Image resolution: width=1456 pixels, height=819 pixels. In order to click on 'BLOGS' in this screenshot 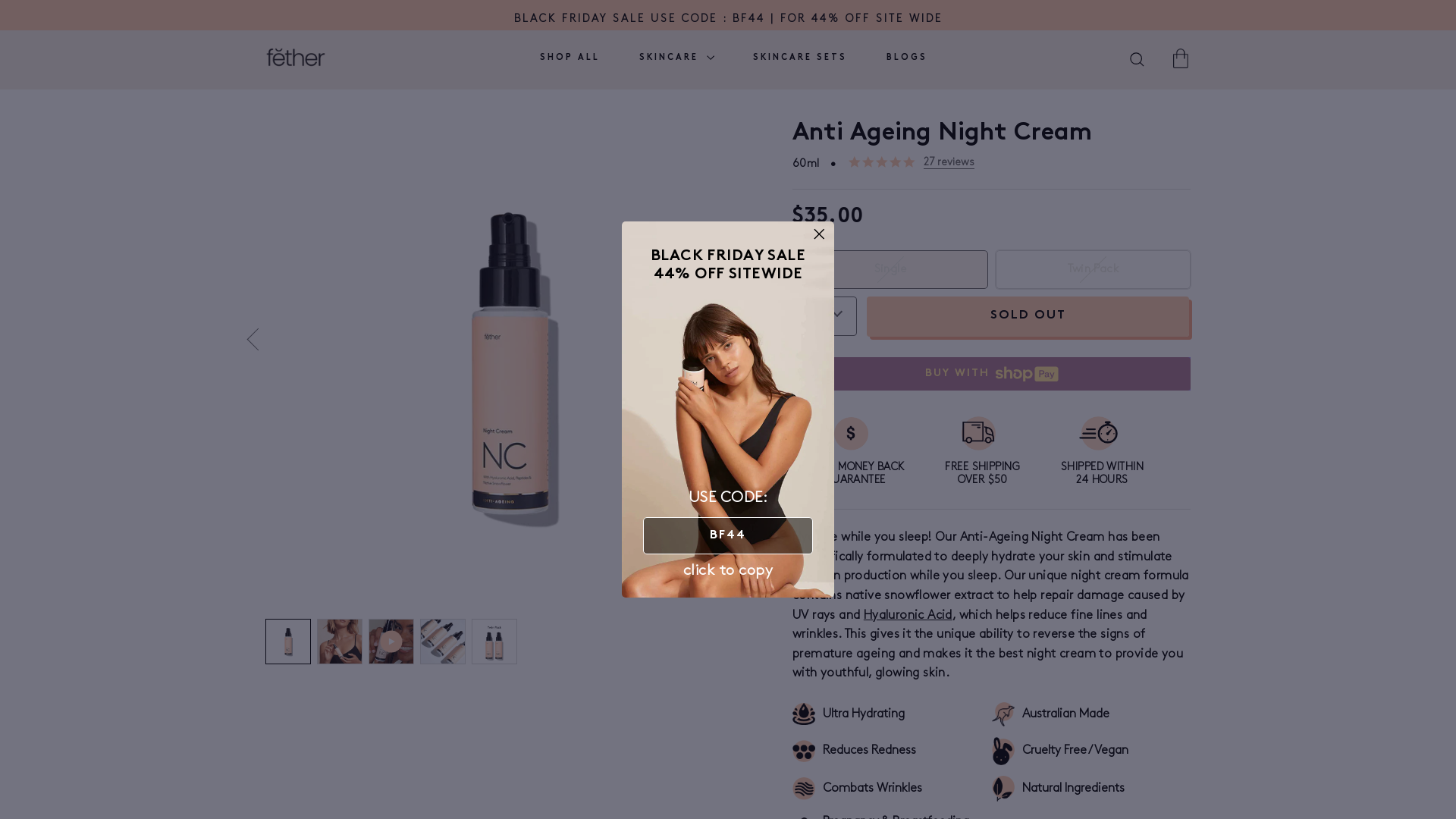, I will do `click(874, 58)`.